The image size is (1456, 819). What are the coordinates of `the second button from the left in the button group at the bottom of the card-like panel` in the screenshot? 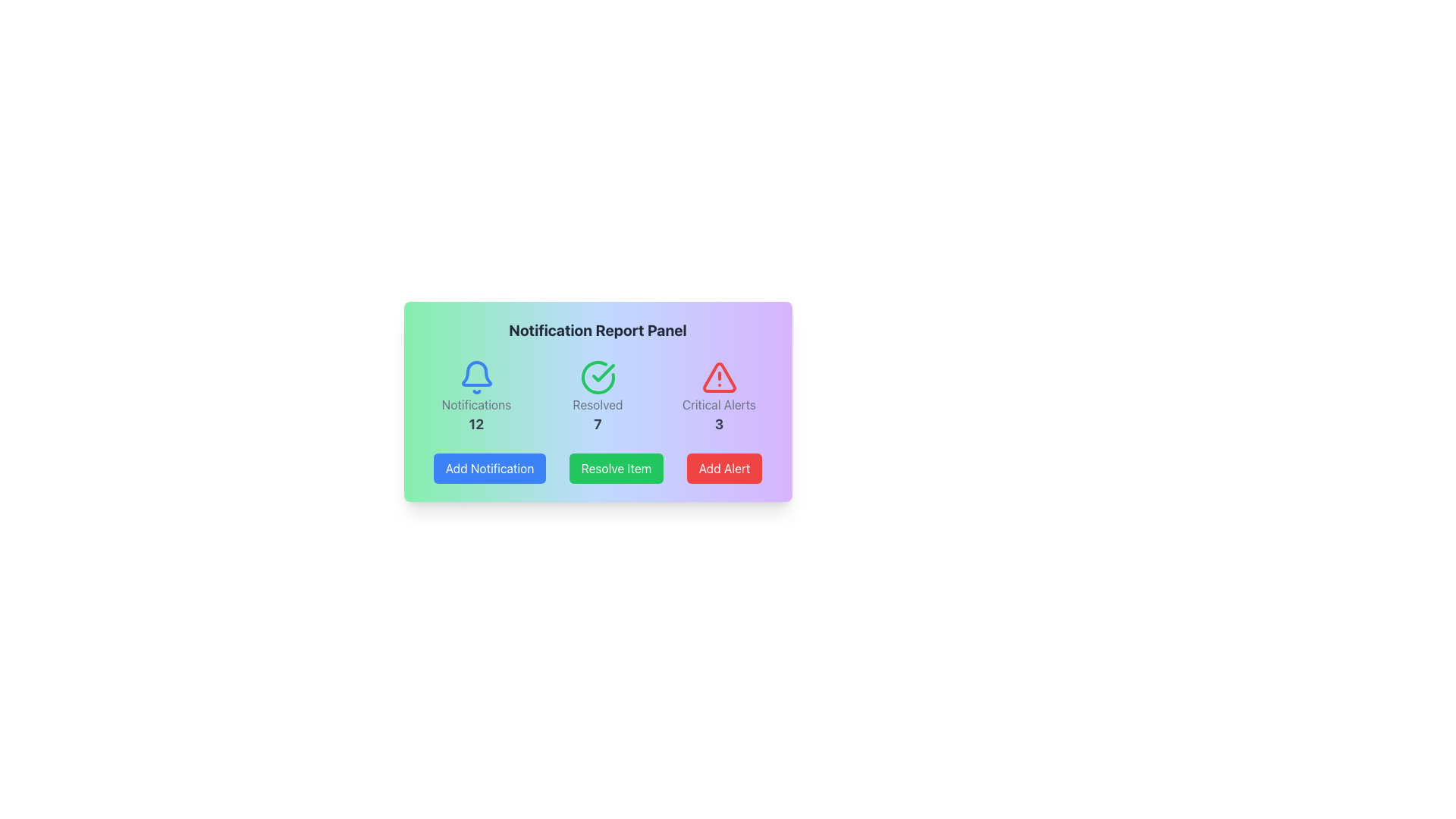 It's located at (616, 467).